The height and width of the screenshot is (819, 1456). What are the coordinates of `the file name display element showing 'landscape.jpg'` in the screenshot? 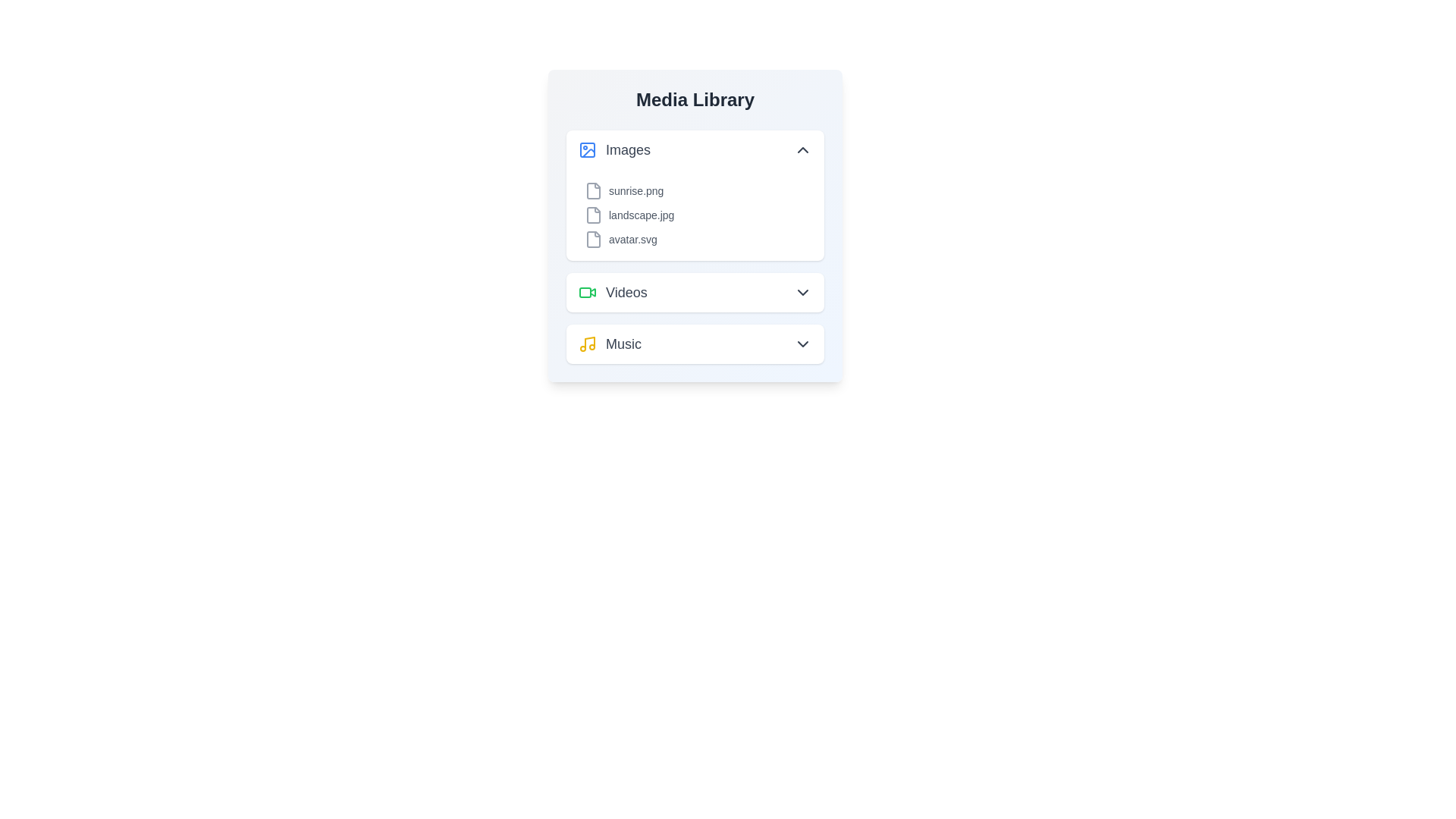 It's located at (694, 215).